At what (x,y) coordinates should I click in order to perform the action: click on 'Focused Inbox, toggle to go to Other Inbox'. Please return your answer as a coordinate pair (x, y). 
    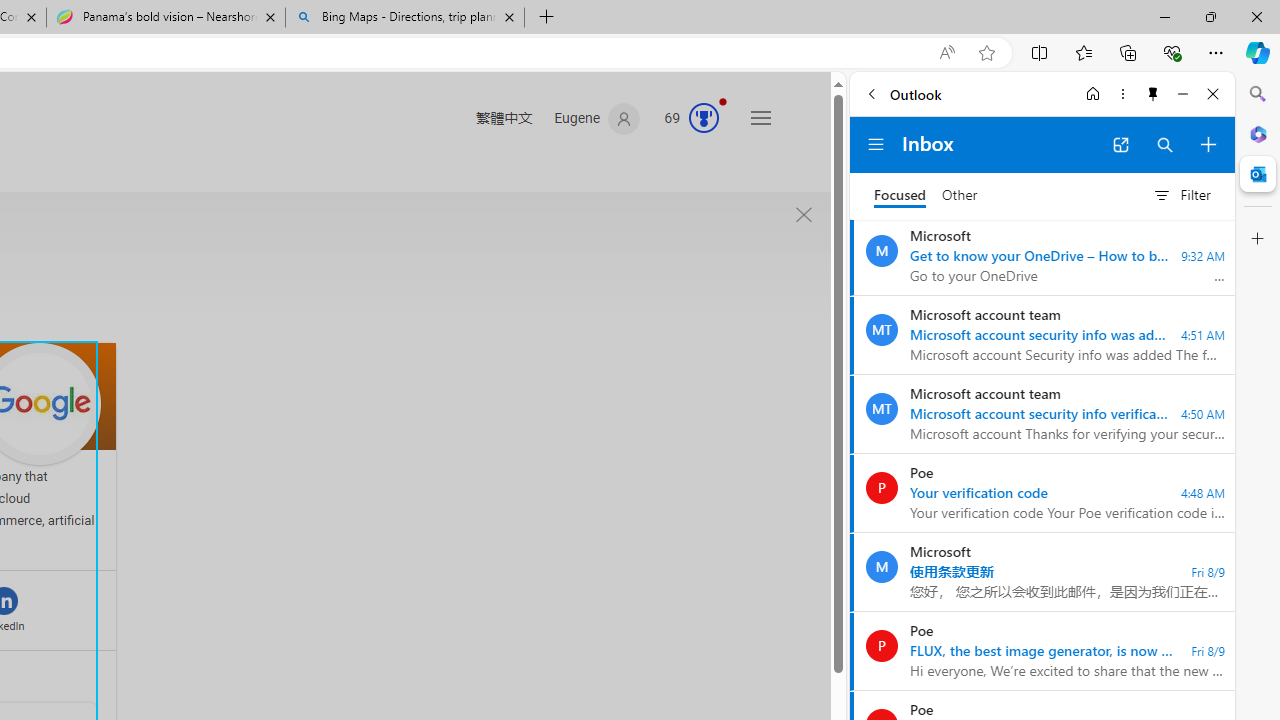
    Looking at the image, I should click on (925, 195).